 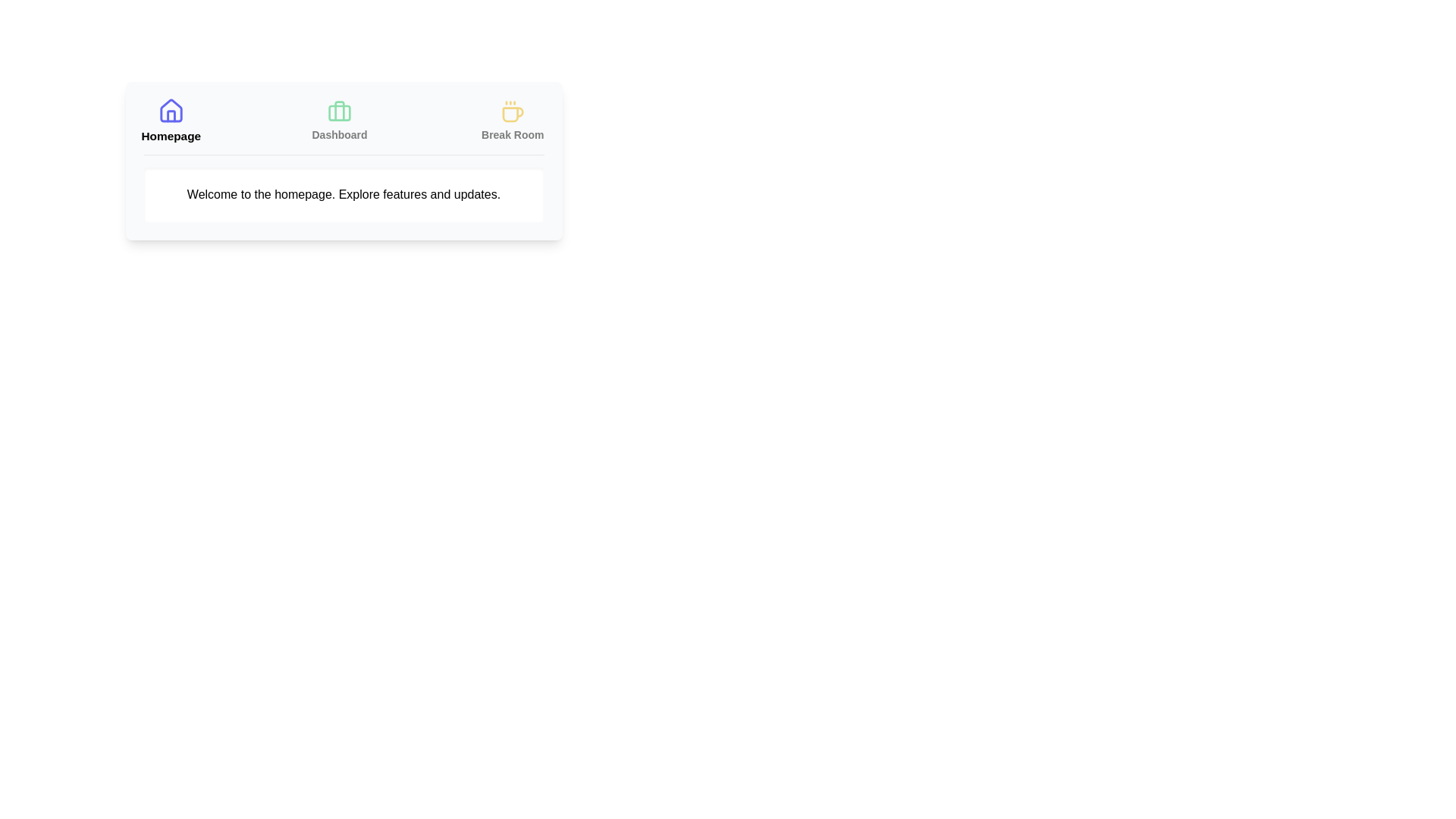 I want to click on the Homepage tab to view its content, so click(x=171, y=120).